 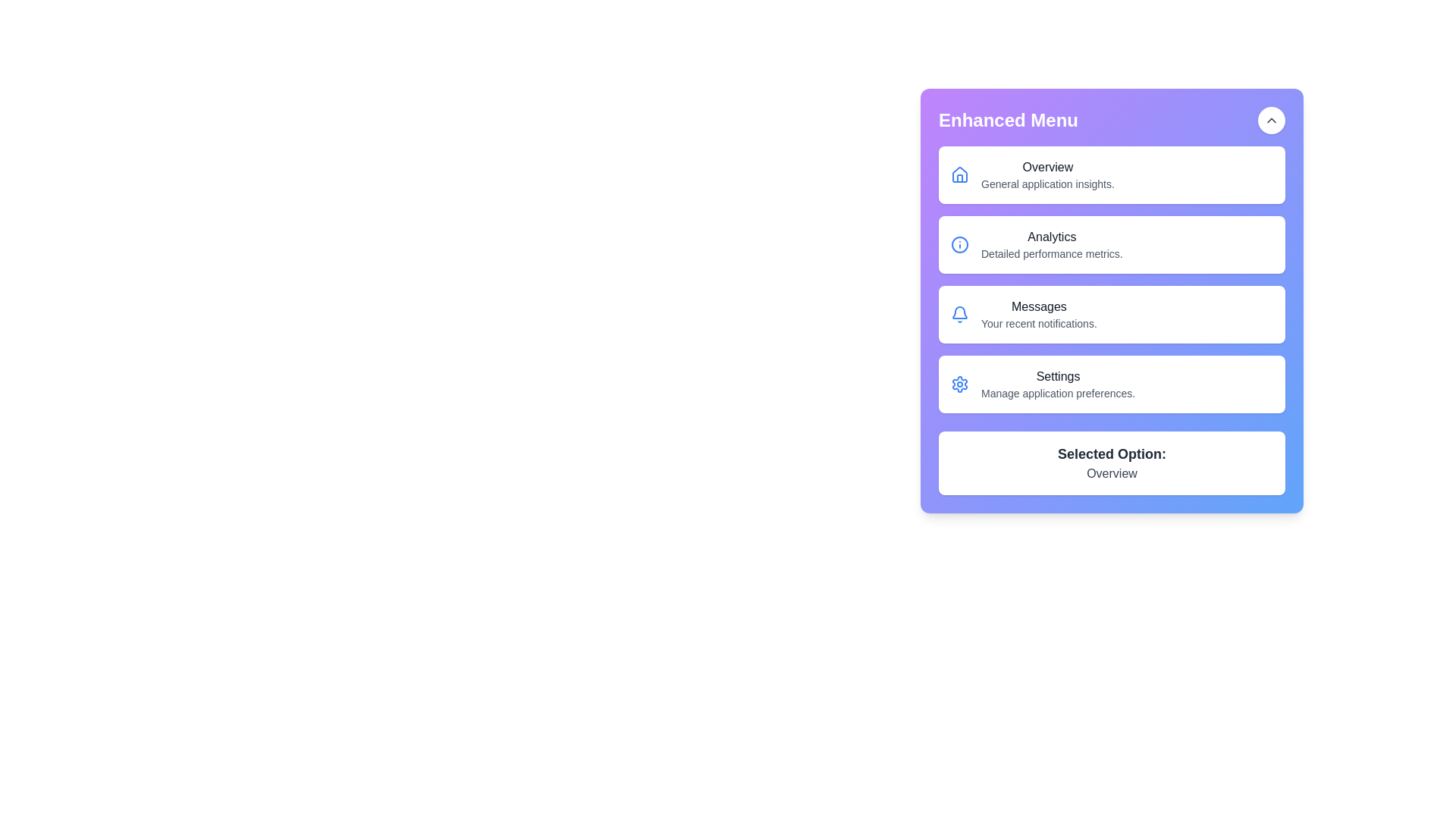 I want to click on the upward chevron indicator located in the top-right corner of the 'Enhanced Menu' panel to potentially reveal a tooltip, so click(x=1271, y=119).